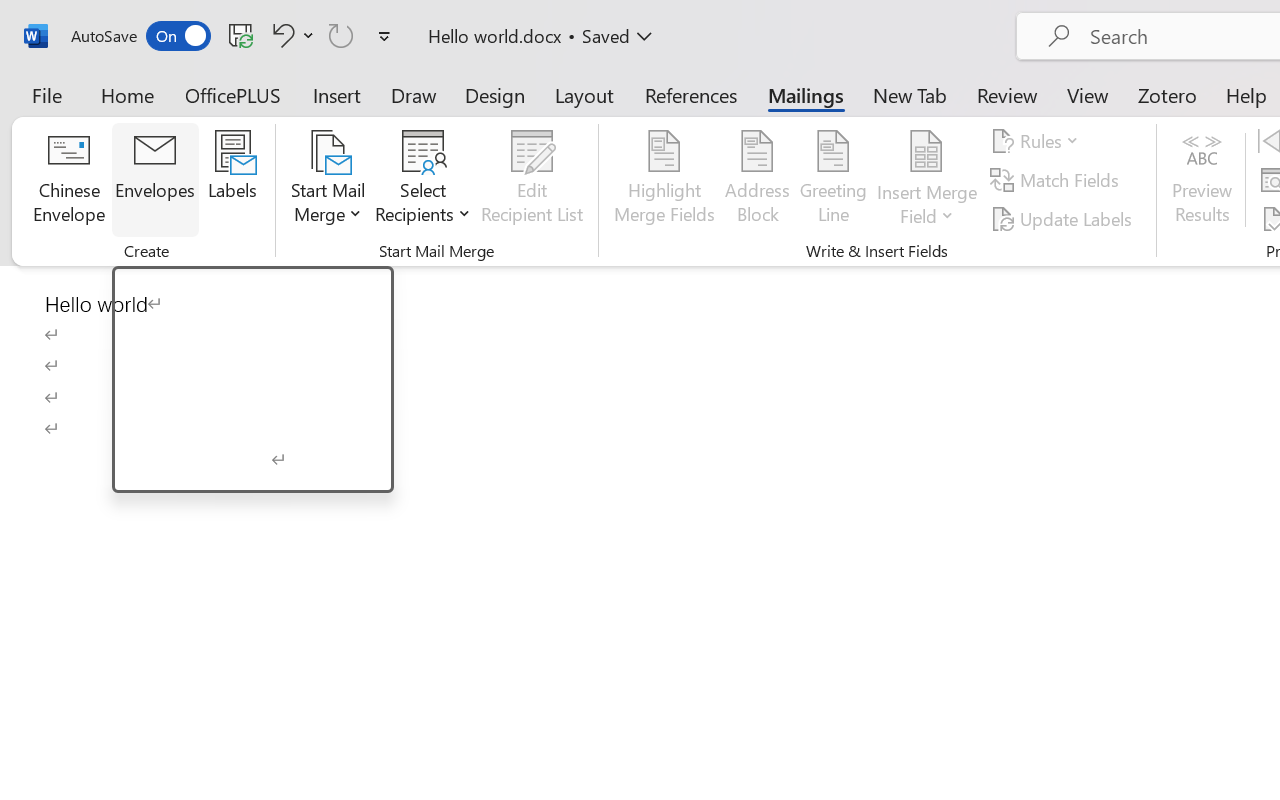 Image resolution: width=1280 pixels, height=800 pixels. Describe the element at coordinates (279, 34) in the screenshot. I see `'Undo Click and Type Formatting'` at that location.